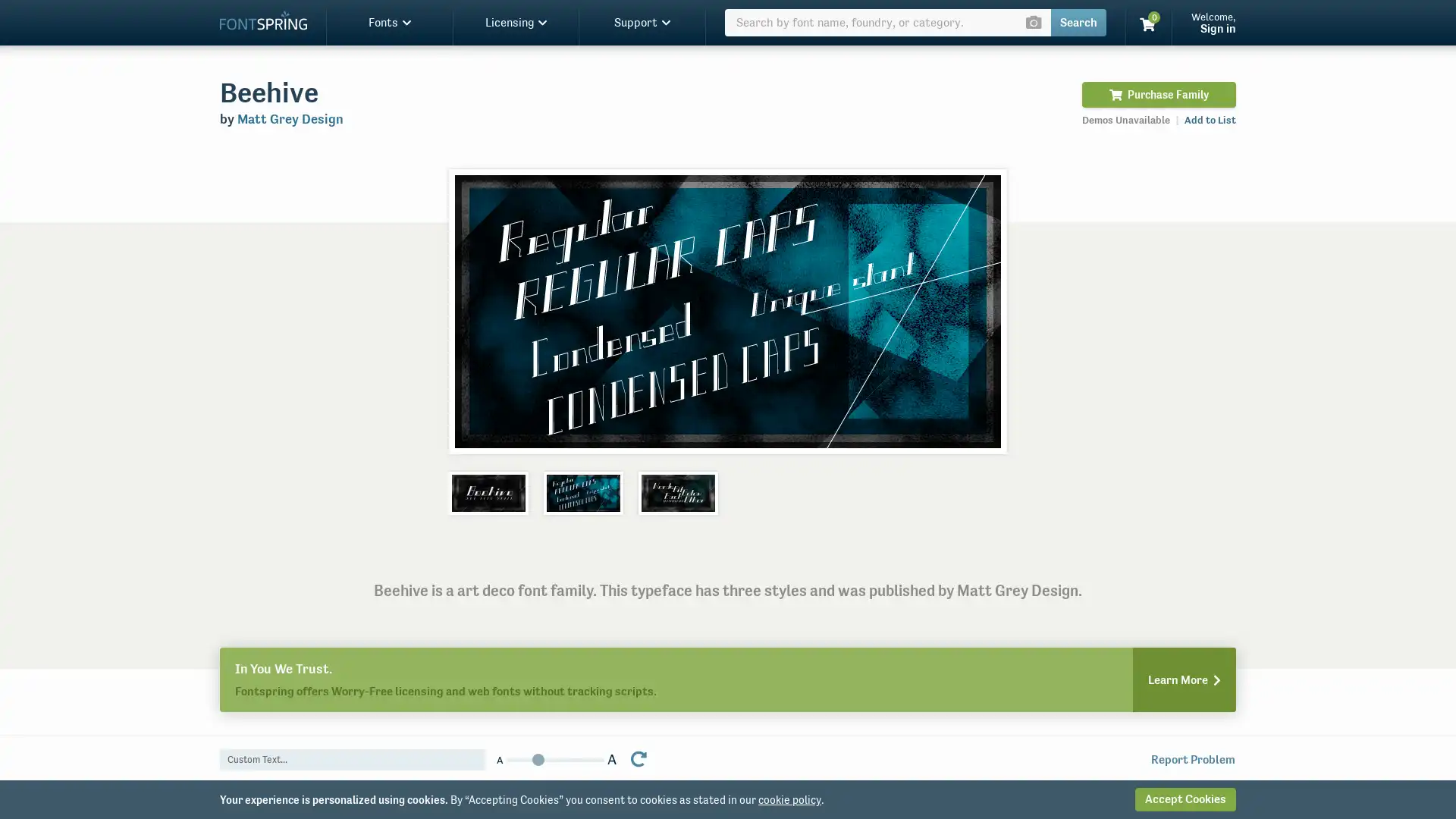  Describe the element at coordinates (1192, 760) in the screenshot. I see `Report Problem` at that location.